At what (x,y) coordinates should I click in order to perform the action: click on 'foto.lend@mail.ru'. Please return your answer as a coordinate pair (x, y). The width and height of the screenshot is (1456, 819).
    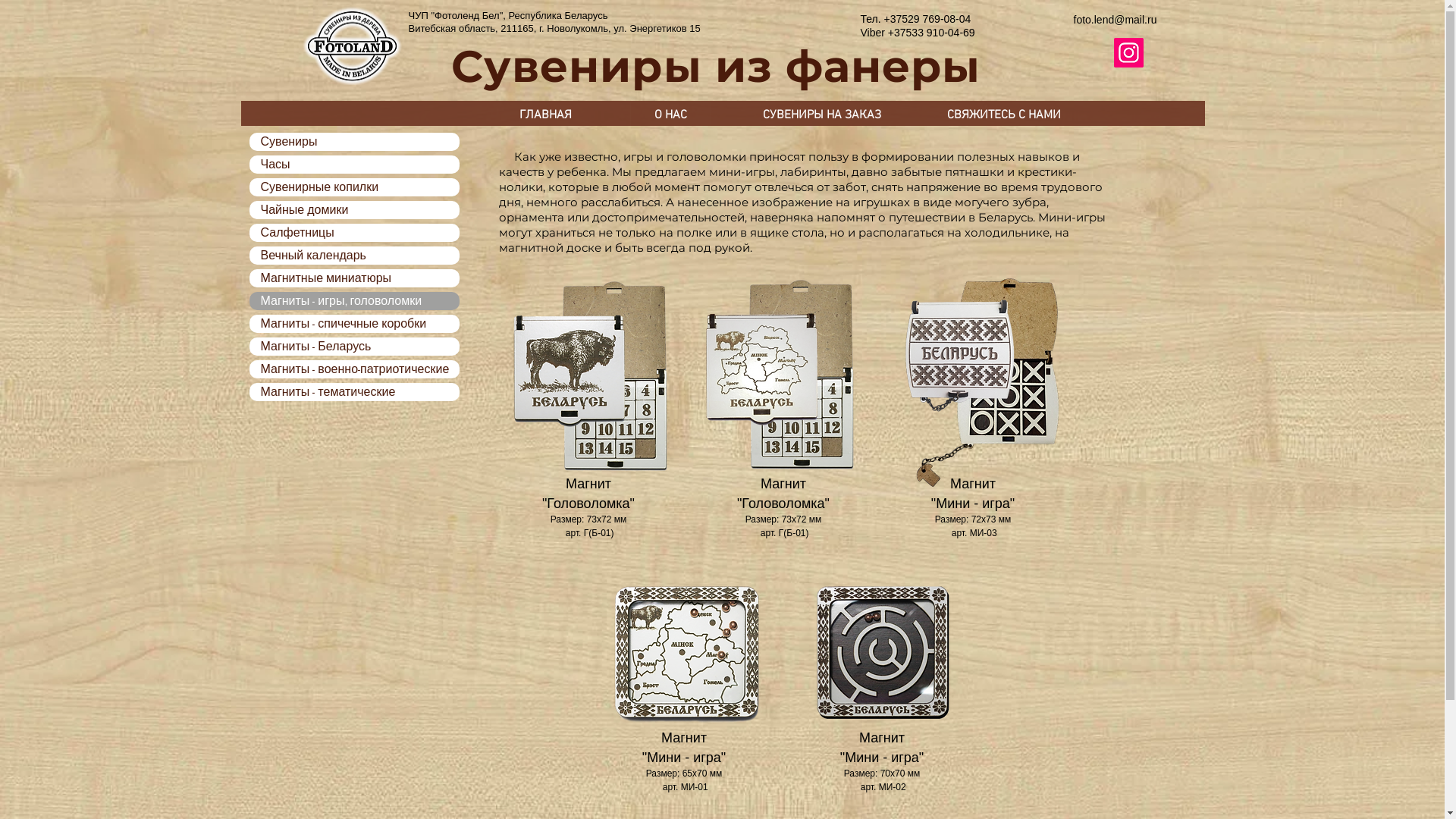
    Looking at the image, I should click on (1115, 20).